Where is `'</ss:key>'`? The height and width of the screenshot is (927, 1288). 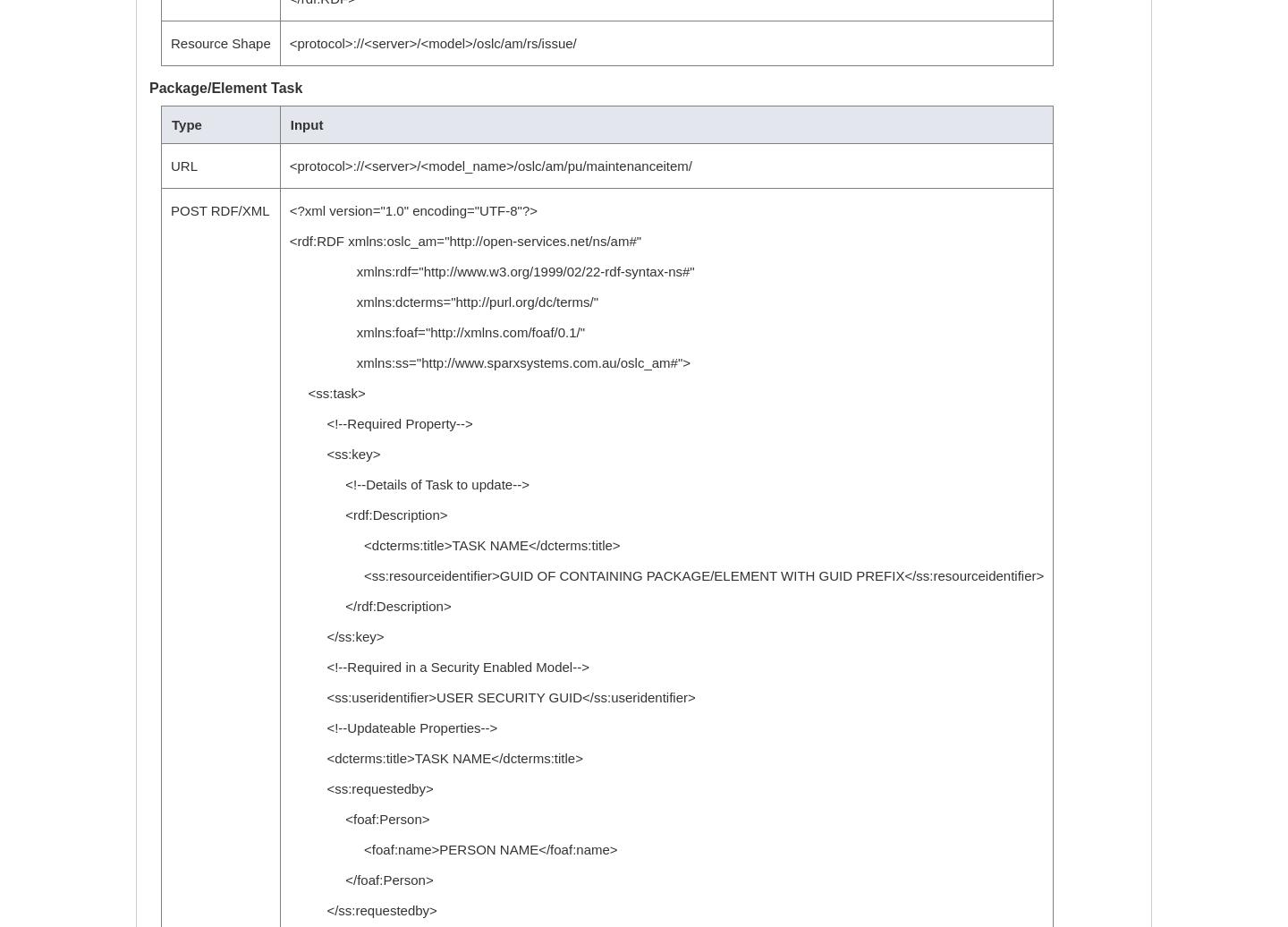
'</ss:key>' is located at coordinates (335, 636).